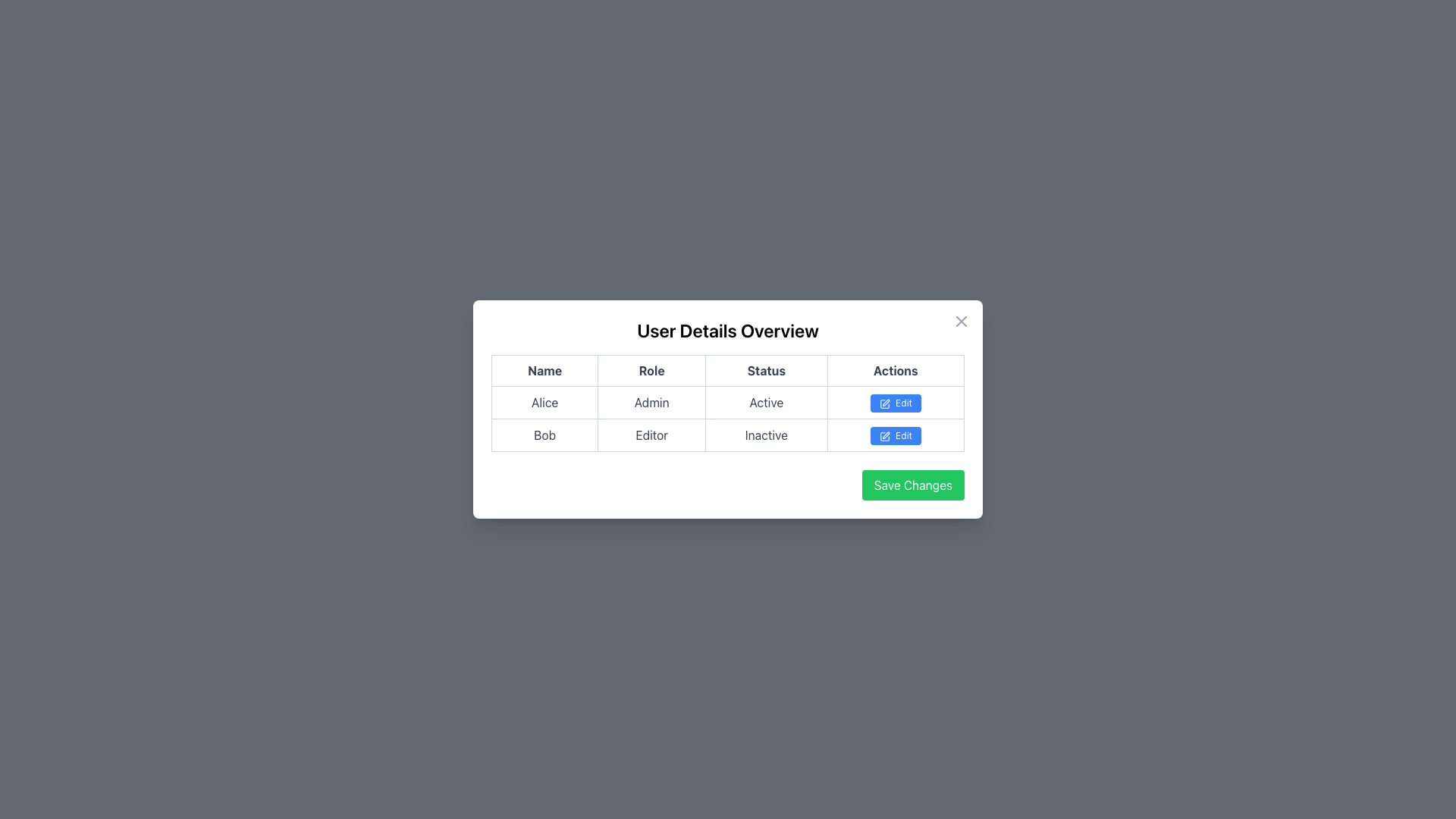 Image resolution: width=1456 pixels, height=819 pixels. I want to click on Static Text element that serves as a heading for the user detail summary section, located at the center of the section above the table headers, so click(728, 329).